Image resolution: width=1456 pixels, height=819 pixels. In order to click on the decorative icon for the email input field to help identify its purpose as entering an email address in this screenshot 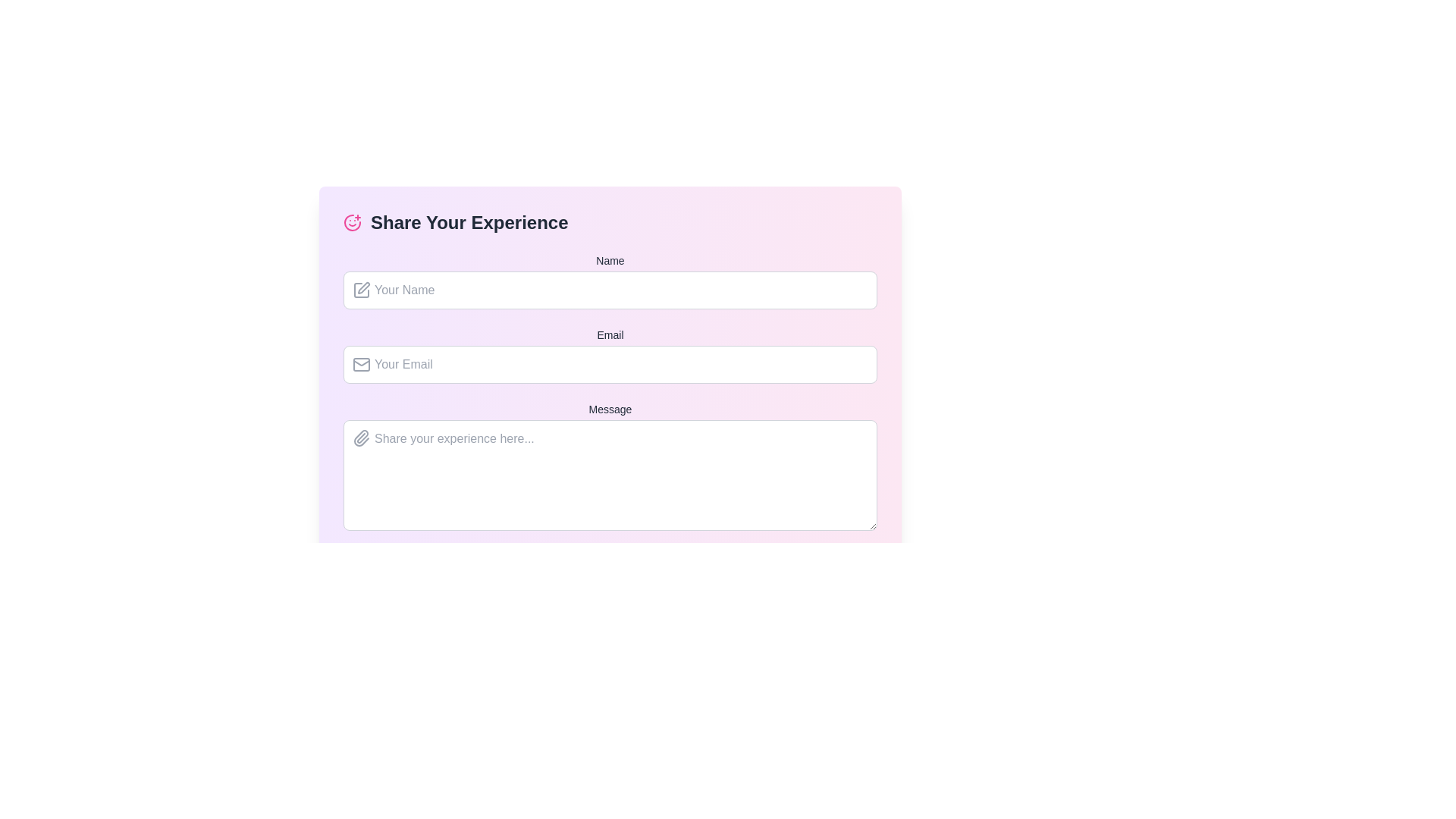, I will do `click(360, 365)`.